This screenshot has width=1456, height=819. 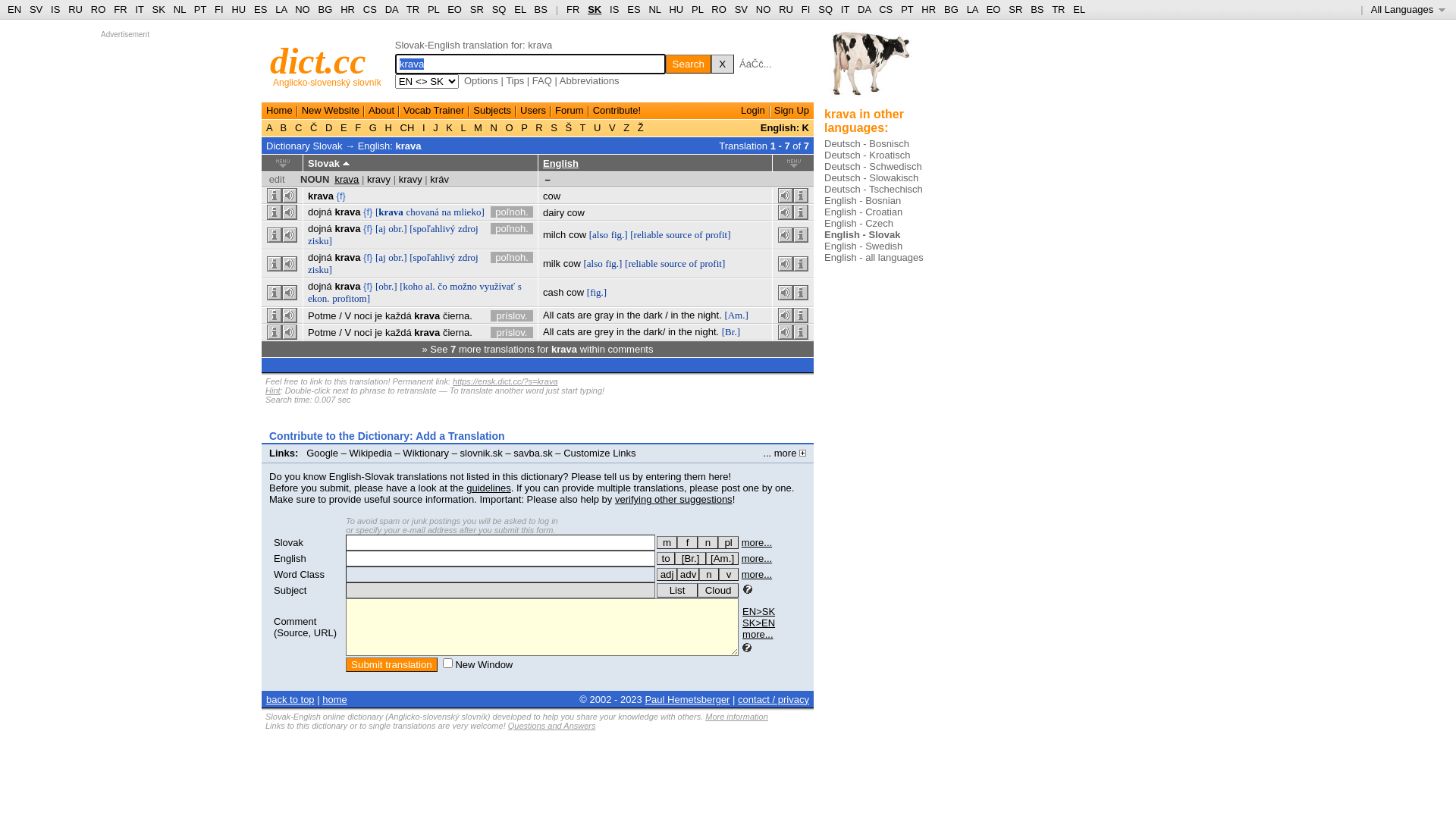 What do you see at coordinates (480, 452) in the screenshot?
I see `'slovnik.sk'` at bounding box center [480, 452].